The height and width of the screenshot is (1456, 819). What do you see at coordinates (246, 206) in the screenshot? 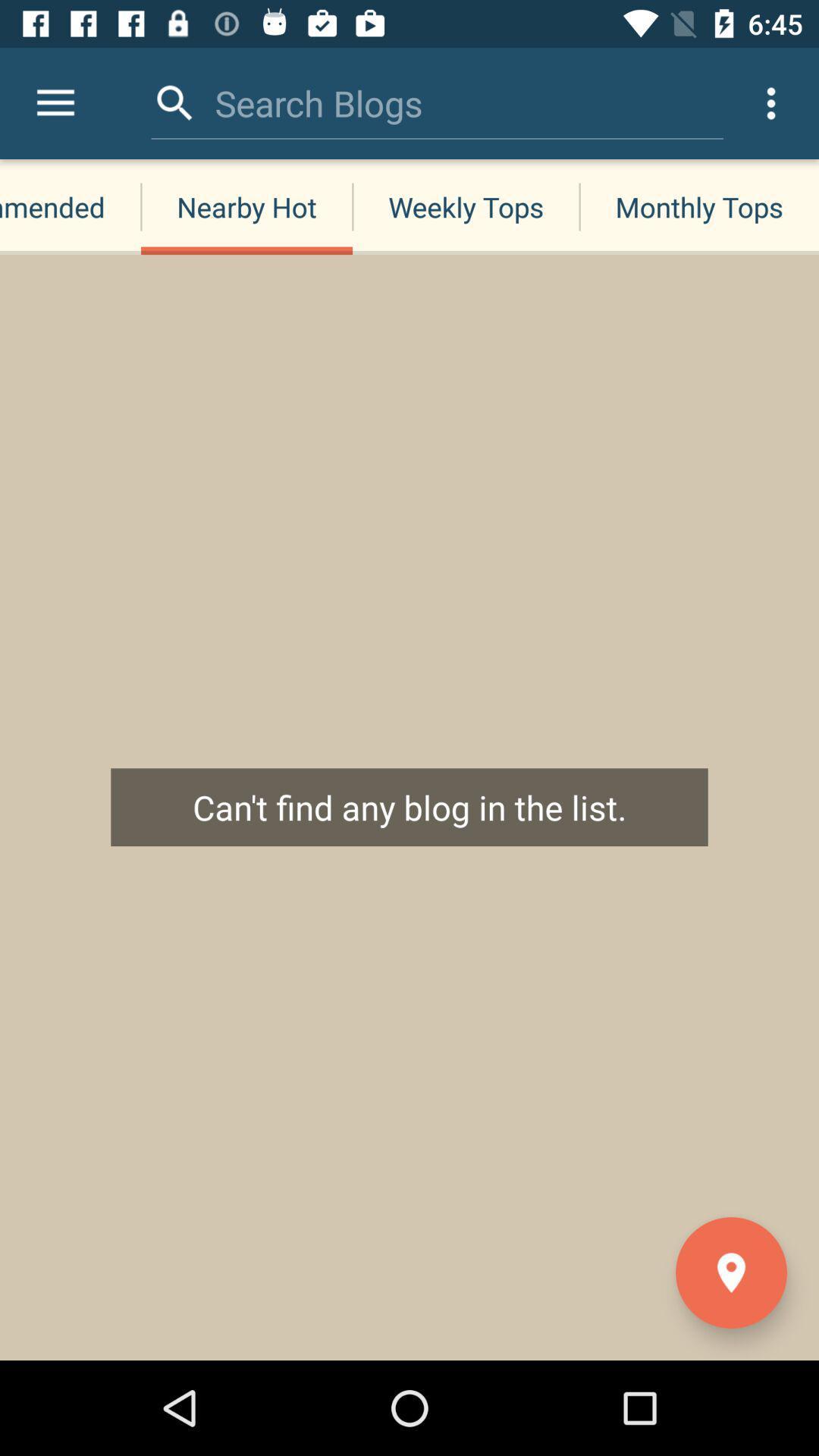
I see `icon to the left of the weekly tops` at bounding box center [246, 206].